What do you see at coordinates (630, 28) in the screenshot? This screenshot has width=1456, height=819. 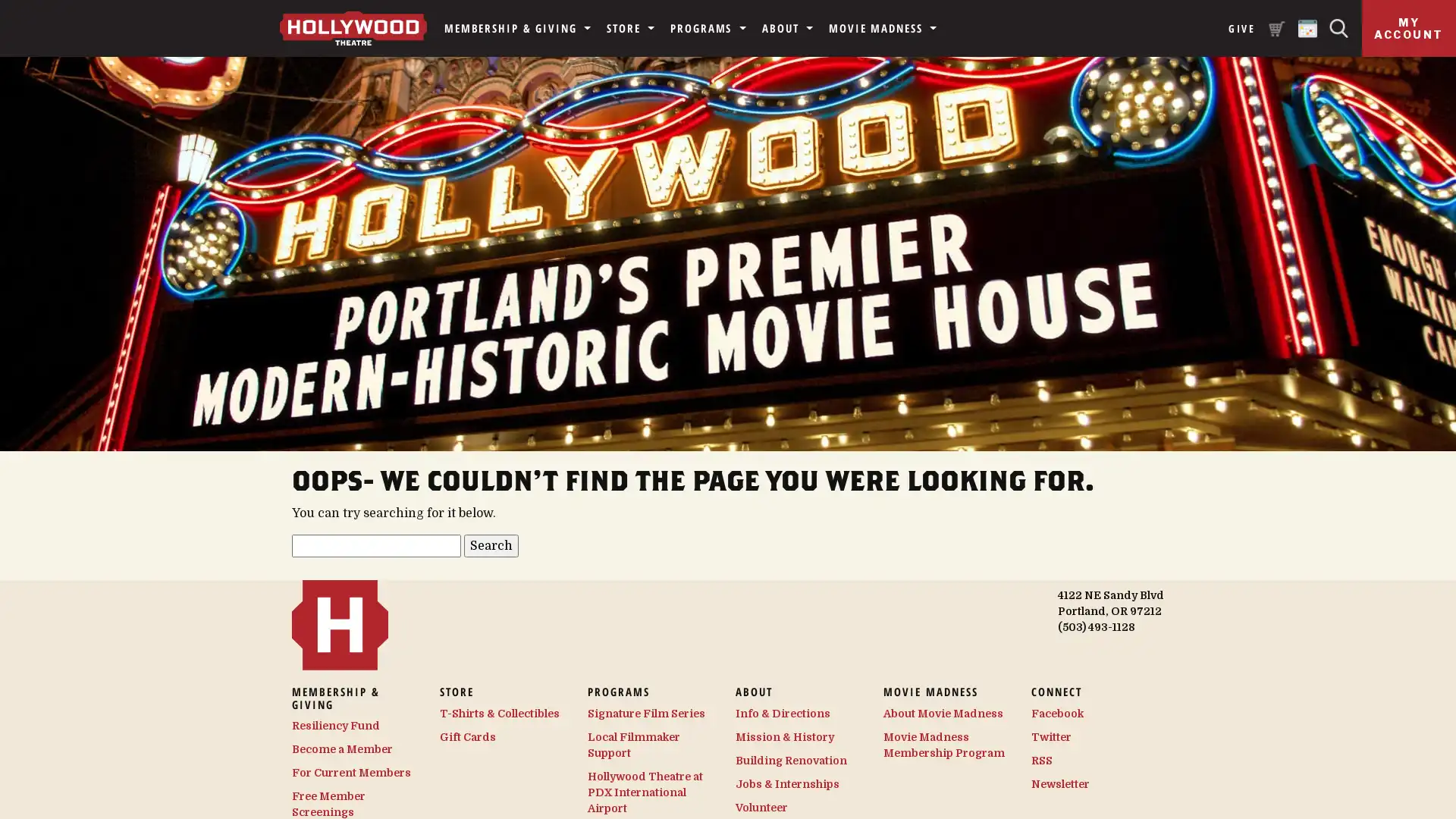 I see `STORE` at bounding box center [630, 28].